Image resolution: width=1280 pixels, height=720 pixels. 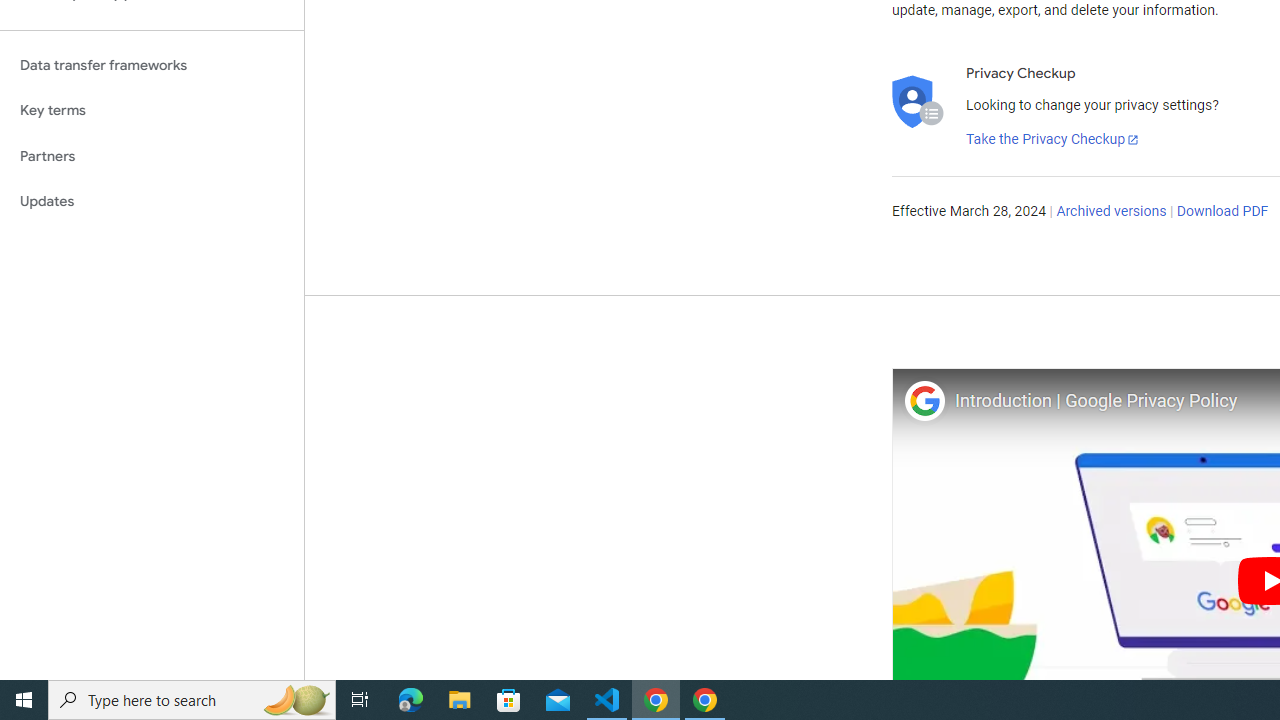 What do you see at coordinates (151, 110) in the screenshot?
I see `'Key terms'` at bounding box center [151, 110].